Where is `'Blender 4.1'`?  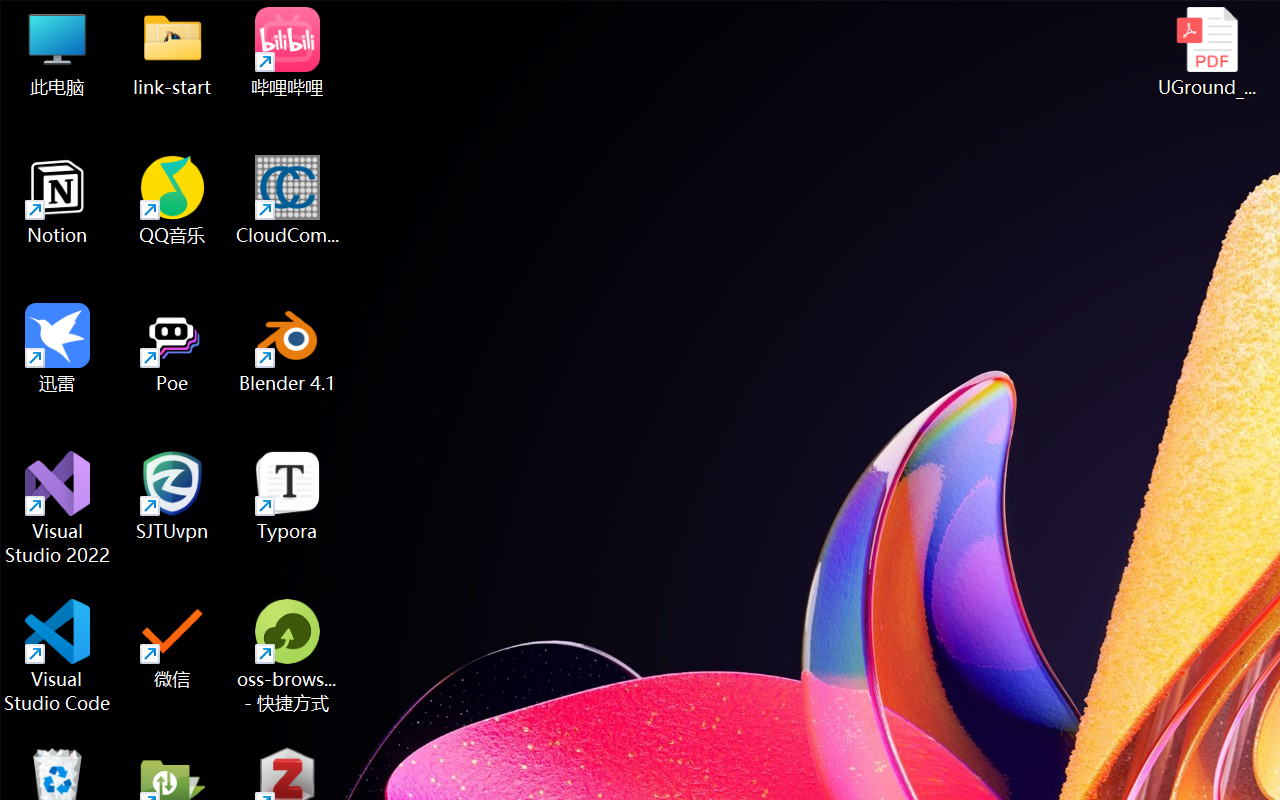 'Blender 4.1' is located at coordinates (287, 348).